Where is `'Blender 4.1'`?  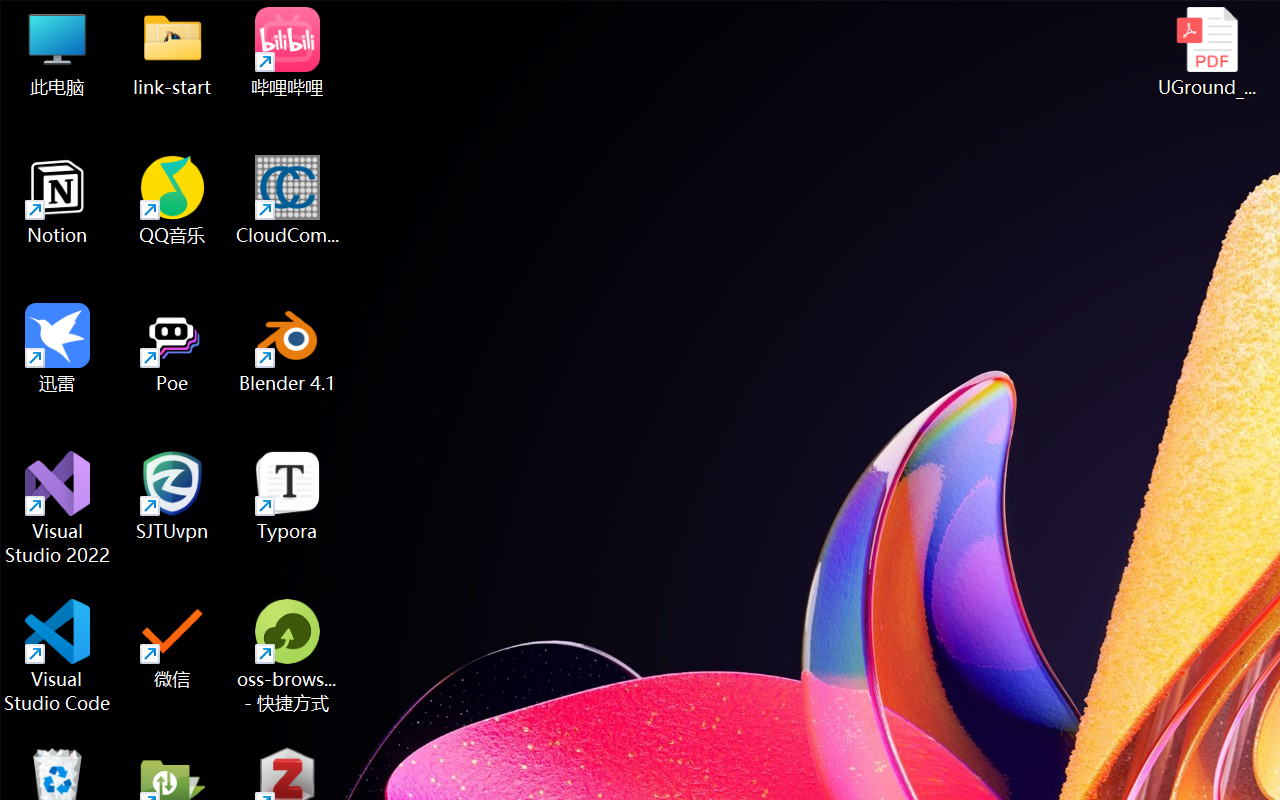 'Blender 4.1' is located at coordinates (287, 348).